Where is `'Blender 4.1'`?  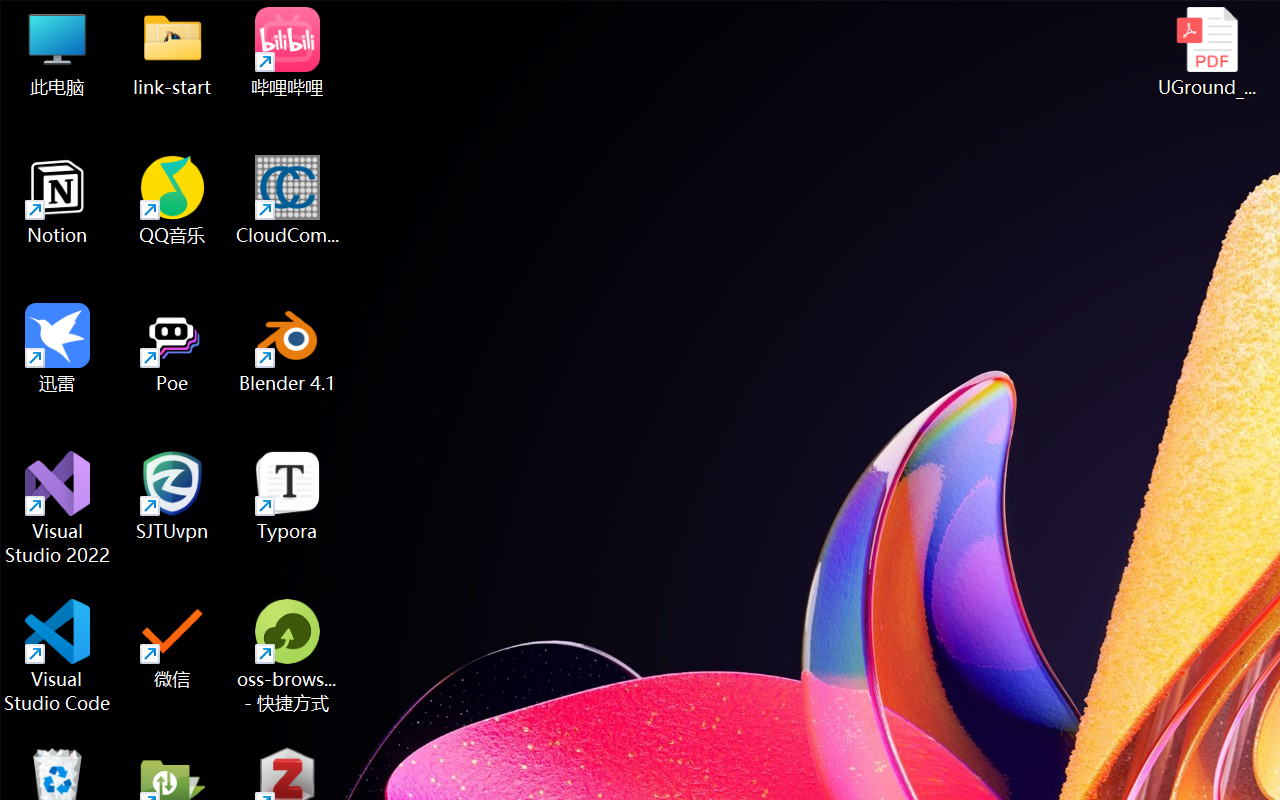 'Blender 4.1' is located at coordinates (287, 348).